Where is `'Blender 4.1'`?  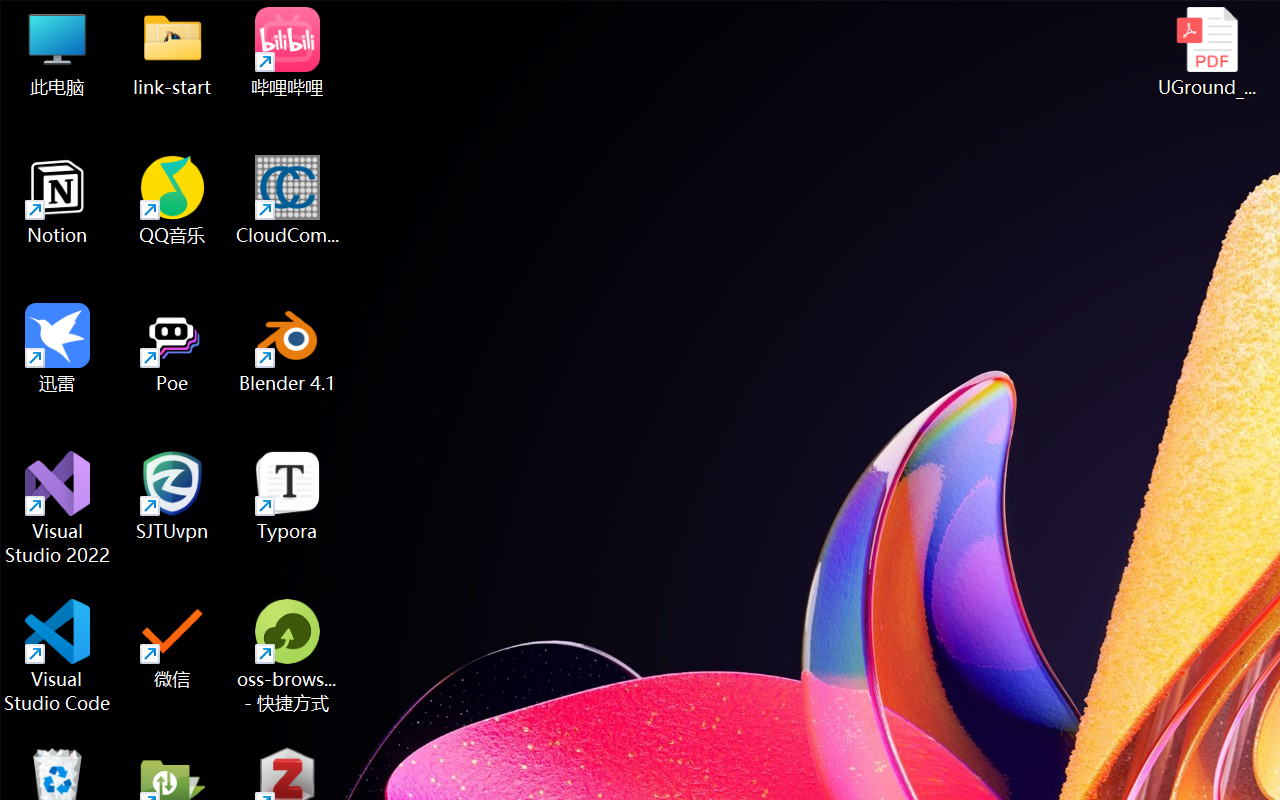 'Blender 4.1' is located at coordinates (287, 348).